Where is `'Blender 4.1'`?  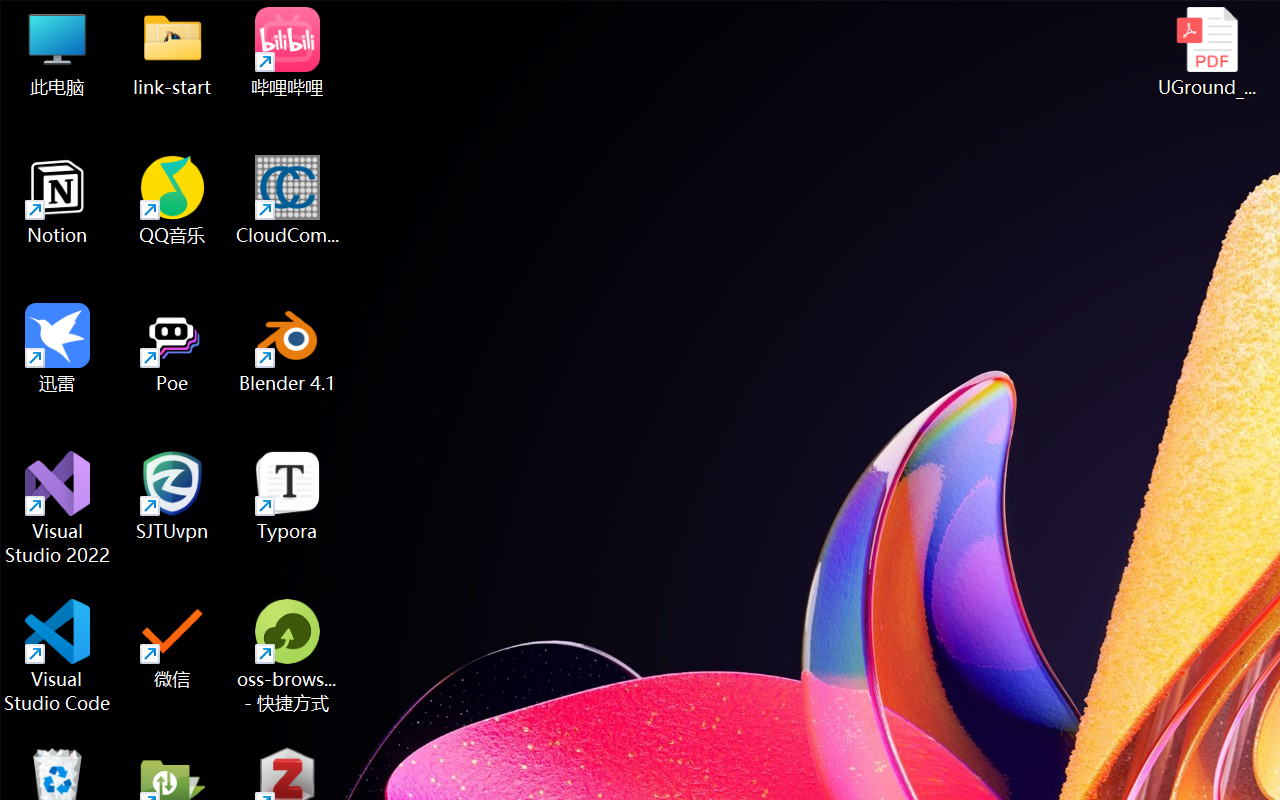 'Blender 4.1' is located at coordinates (287, 348).